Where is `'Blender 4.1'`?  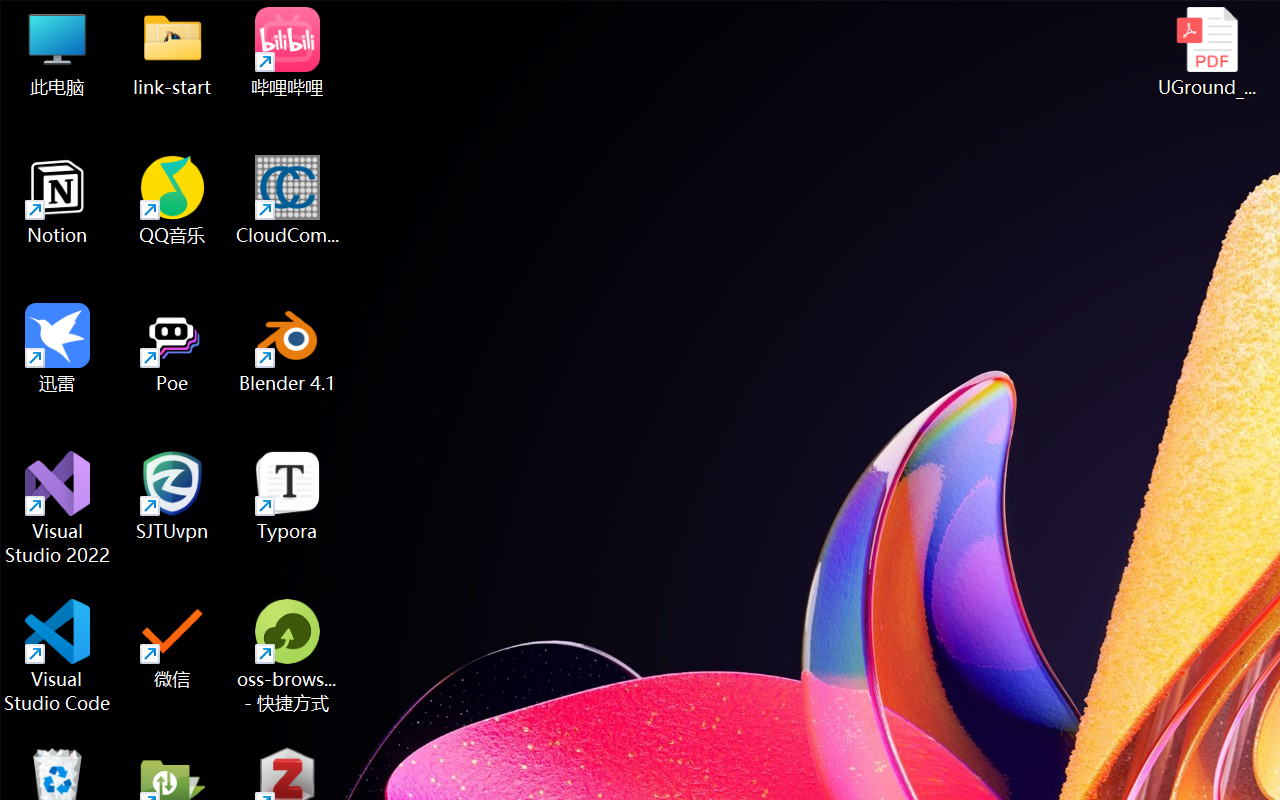 'Blender 4.1' is located at coordinates (287, 348).